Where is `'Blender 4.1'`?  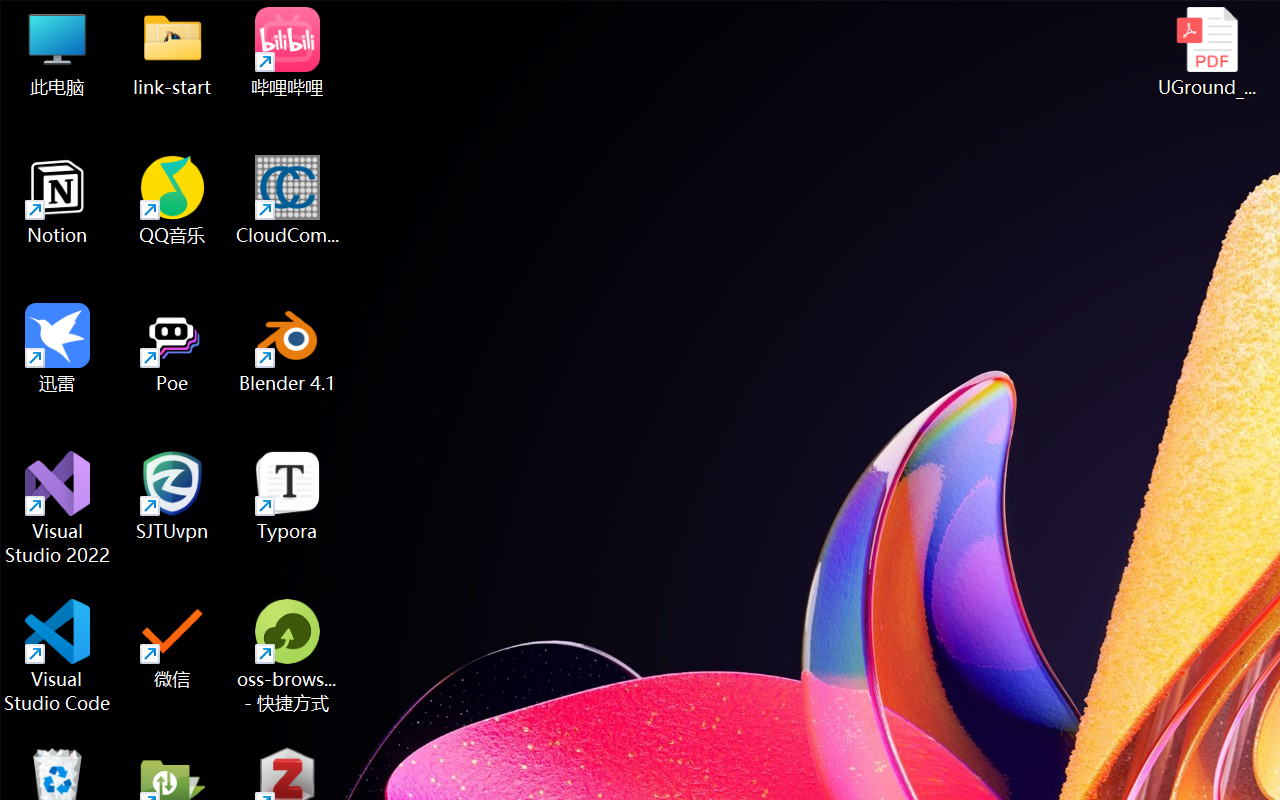 'Blender 4.1' is located at coordinates (287, 348).